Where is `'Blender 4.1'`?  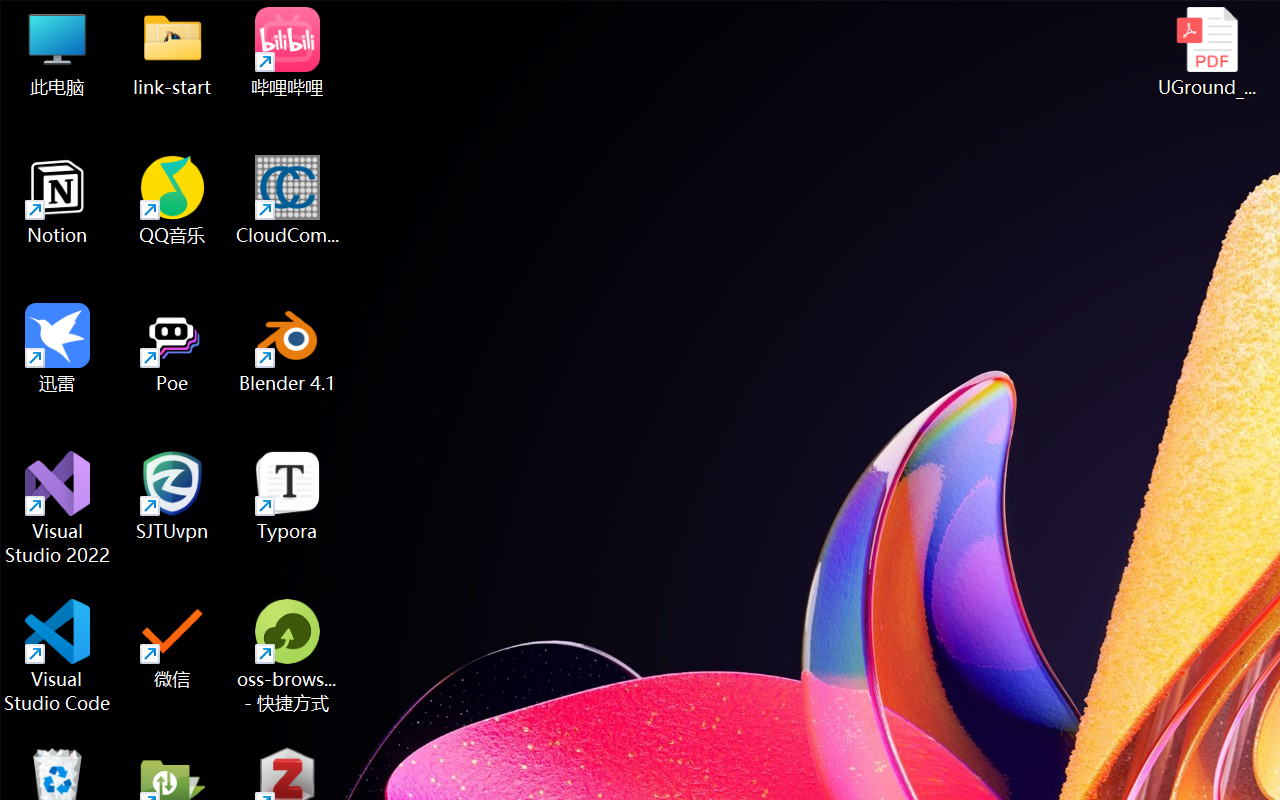 'Blender 4.1' is located at coordinates (287, 348).